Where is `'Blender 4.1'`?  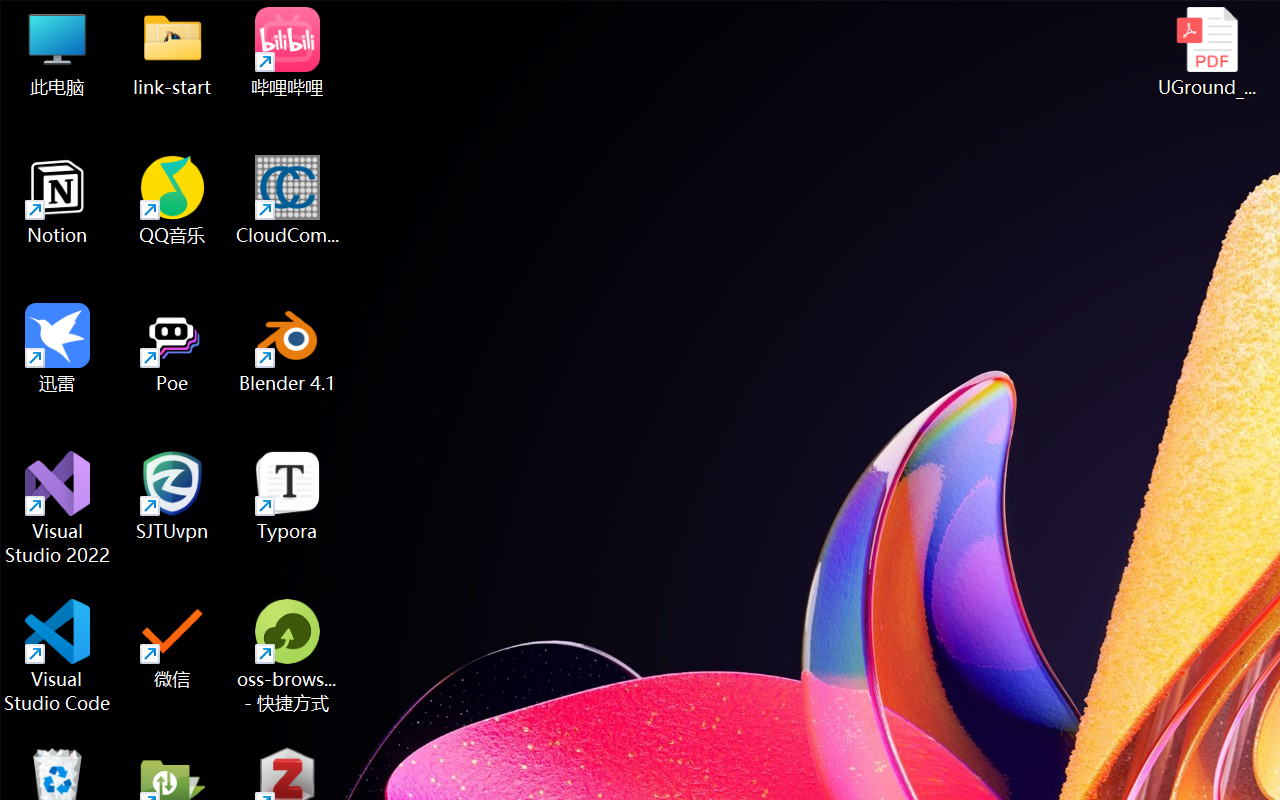 'Blender 4.1' is located at coordinates (287, 348).